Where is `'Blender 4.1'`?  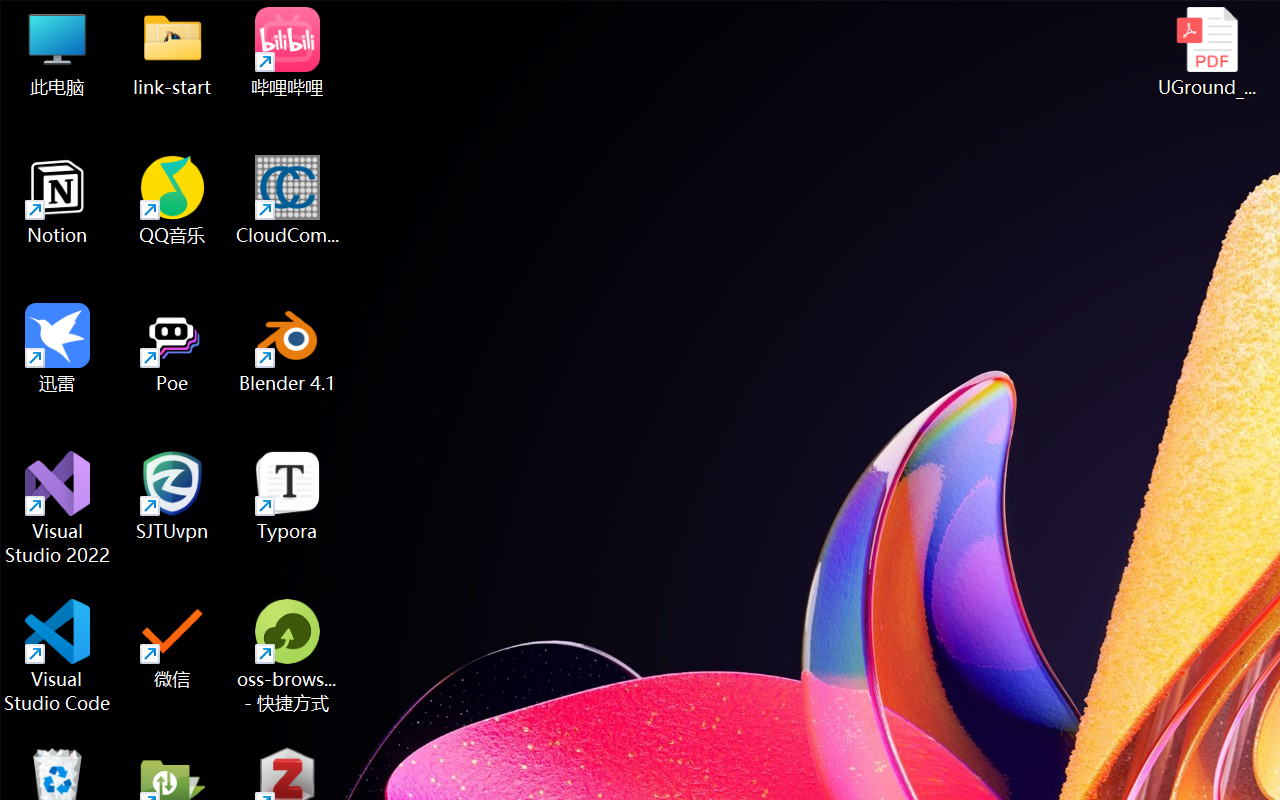 'Blender 4.1' is located at coordinates (287, 348).